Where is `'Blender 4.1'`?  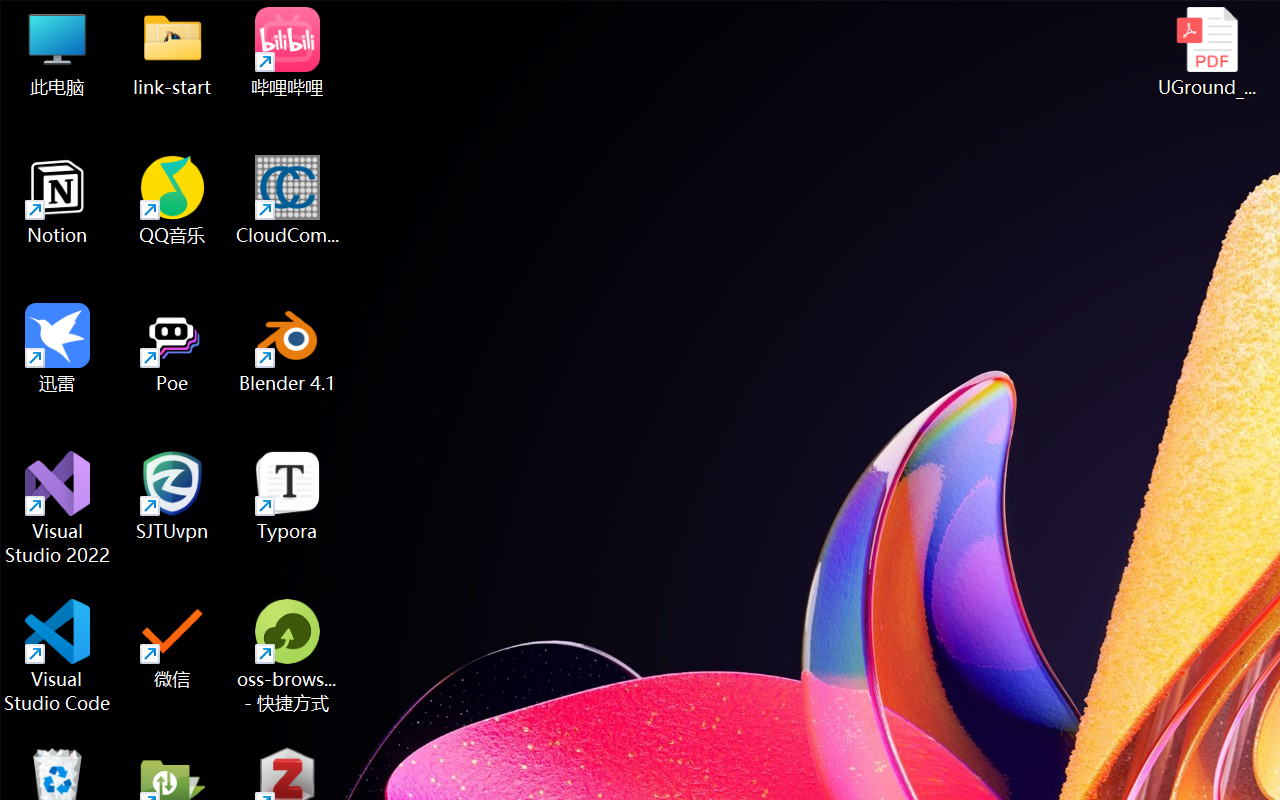 'Blender 4.1' is located at coordinates (287, 348).